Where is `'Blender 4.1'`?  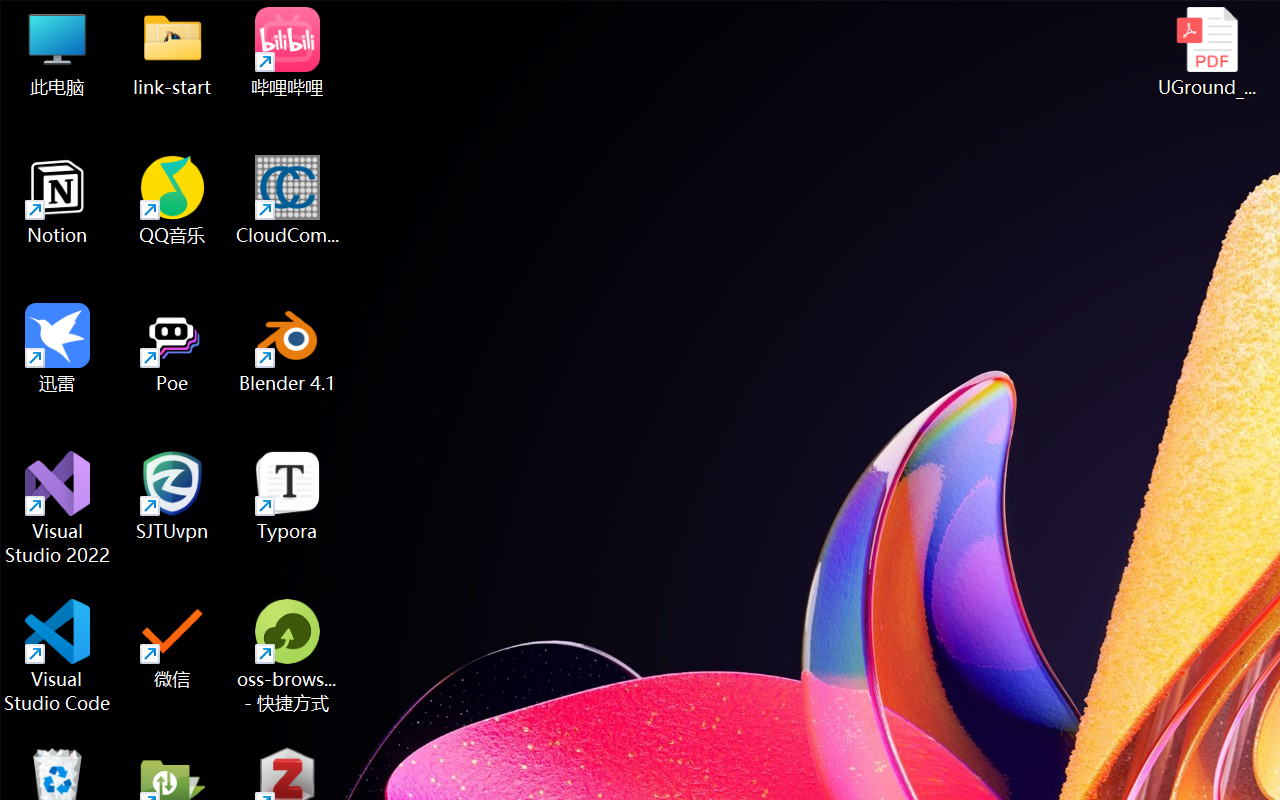 'Blender 4.1' is located at coordinates (287, 348).